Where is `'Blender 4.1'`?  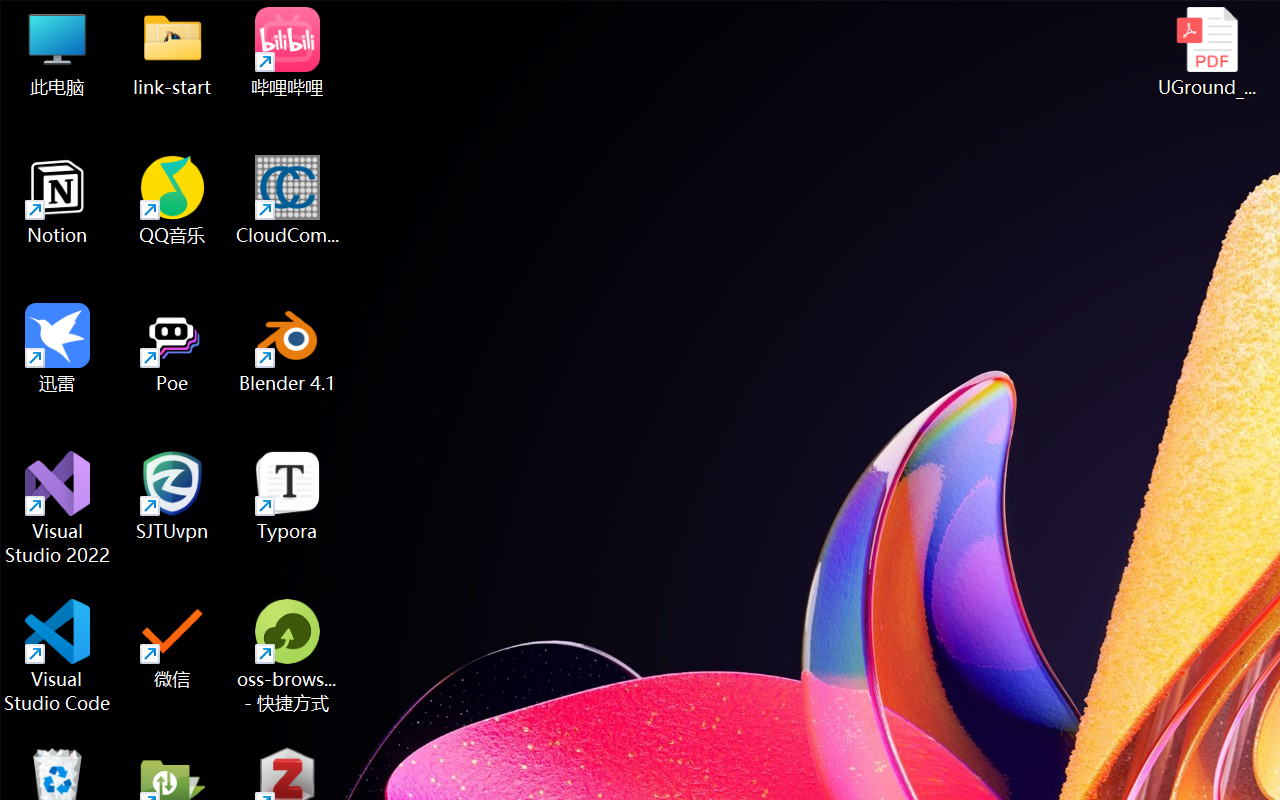 'Blender 4.1' is located at coordinates (287, 348).